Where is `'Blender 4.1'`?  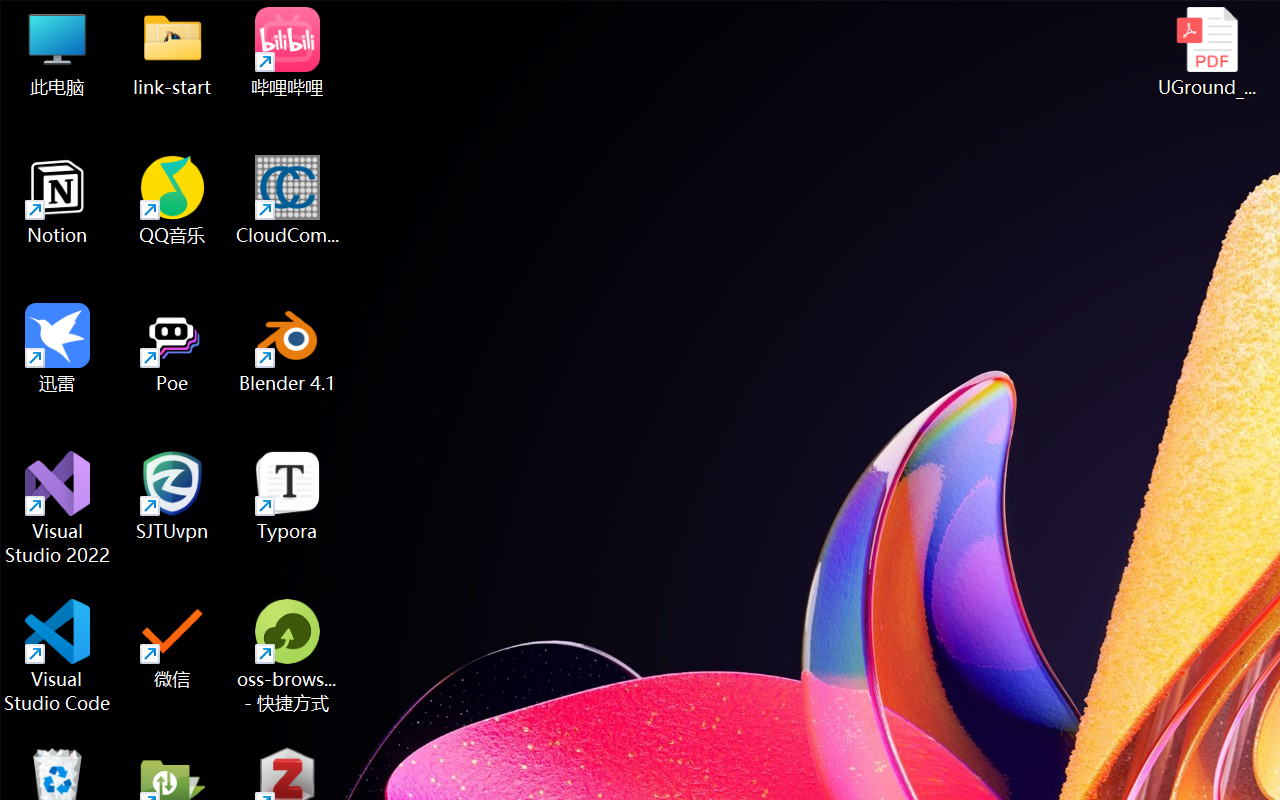 'Blender 4.1' is located at coordinates (287, 348).